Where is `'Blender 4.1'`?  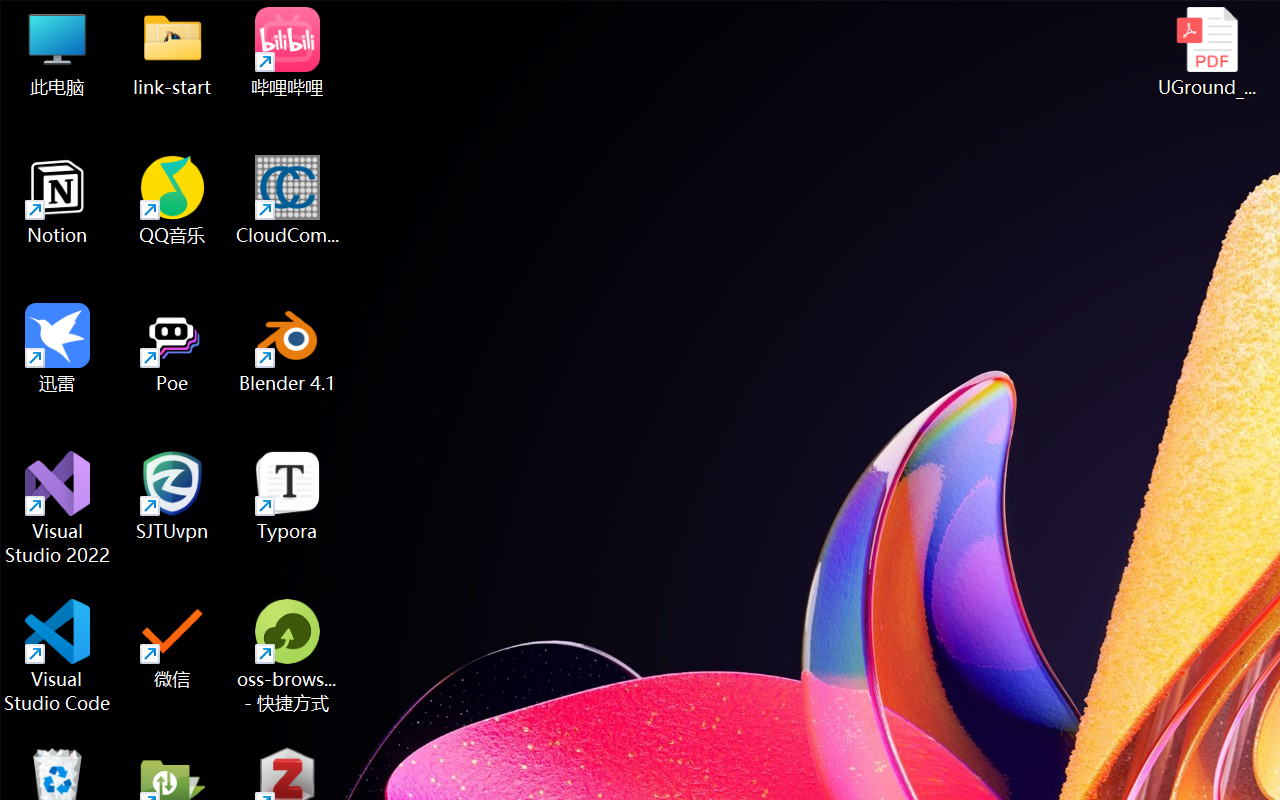 'Blender 4.1' is located at coordinates (287, 348).